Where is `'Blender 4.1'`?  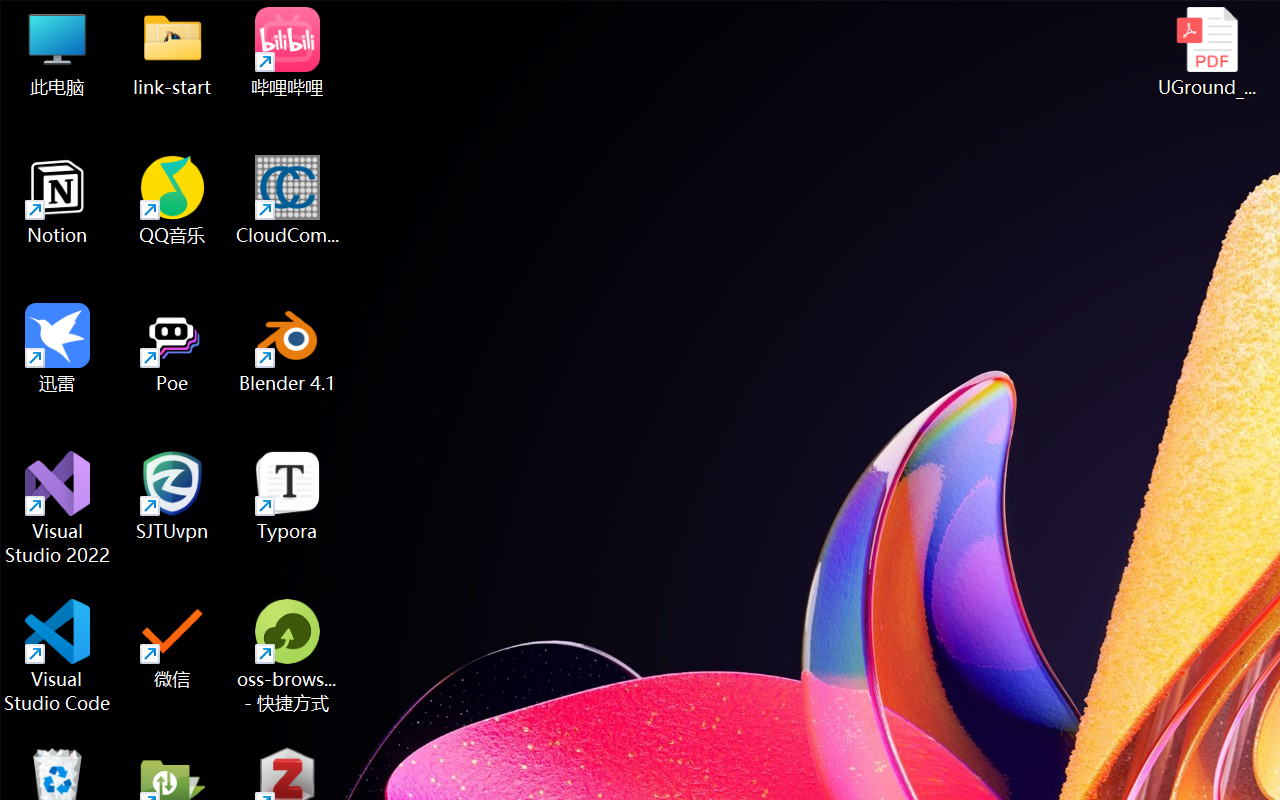 'Blender 4.1' is located at coordinates (287, 348).